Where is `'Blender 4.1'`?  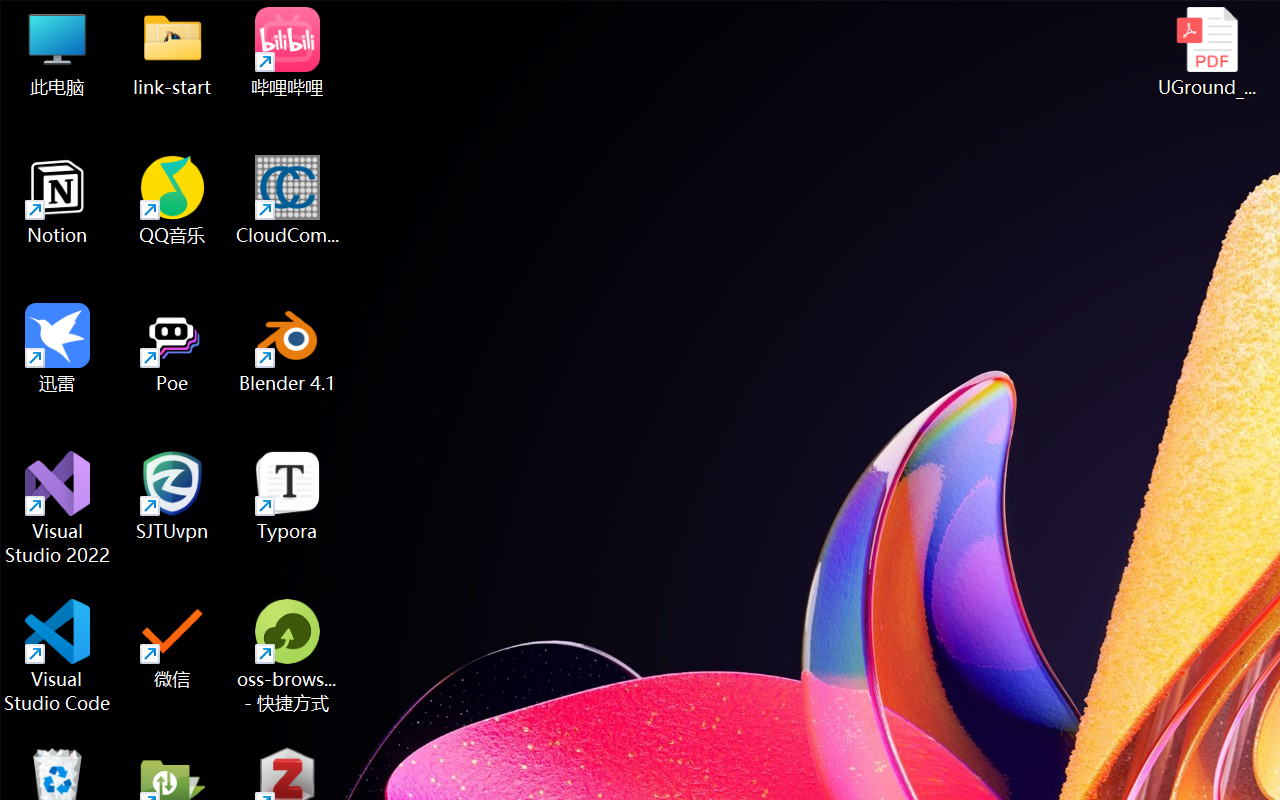 'Blender 4.1' is located at coordinates (287, 348).